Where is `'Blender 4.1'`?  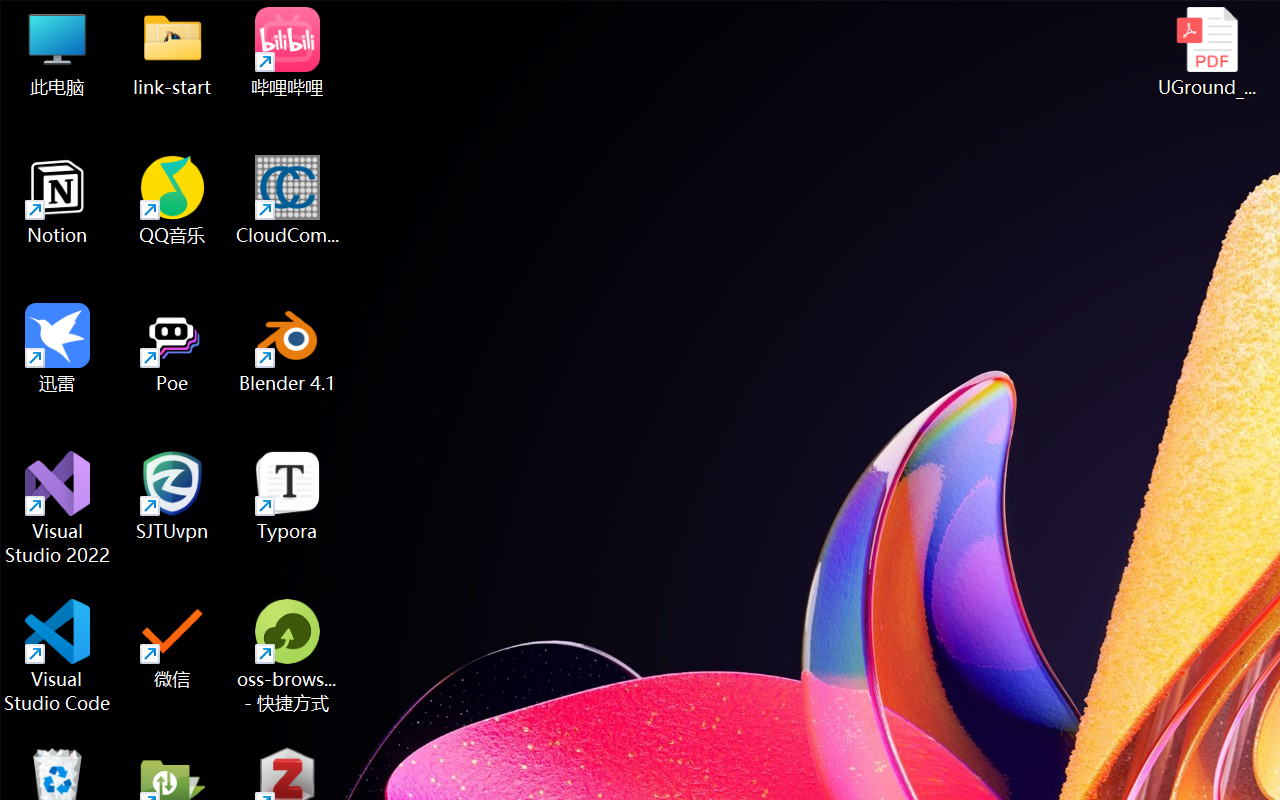 'Blender 4.1' is located at coordinates (287, 348).